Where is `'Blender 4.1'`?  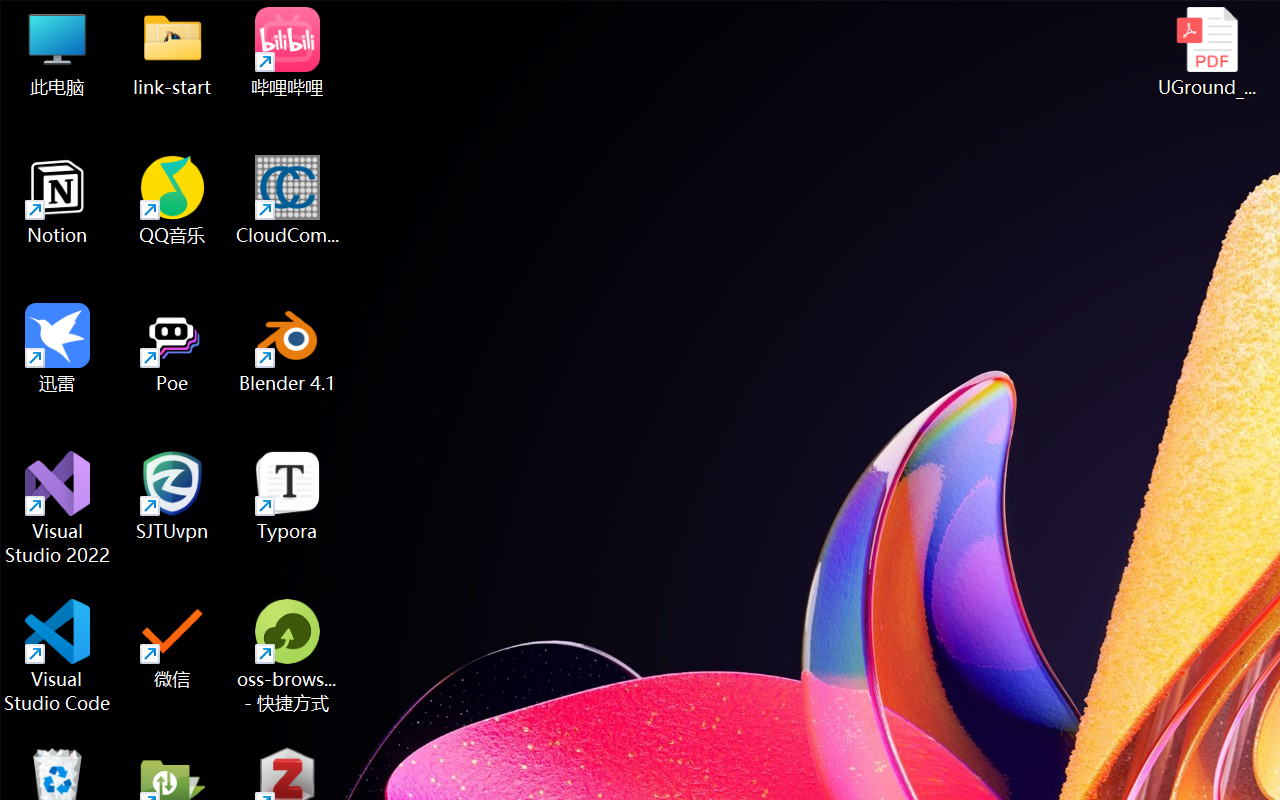 'Blender 4.1' is located at coordinates (287, 348).